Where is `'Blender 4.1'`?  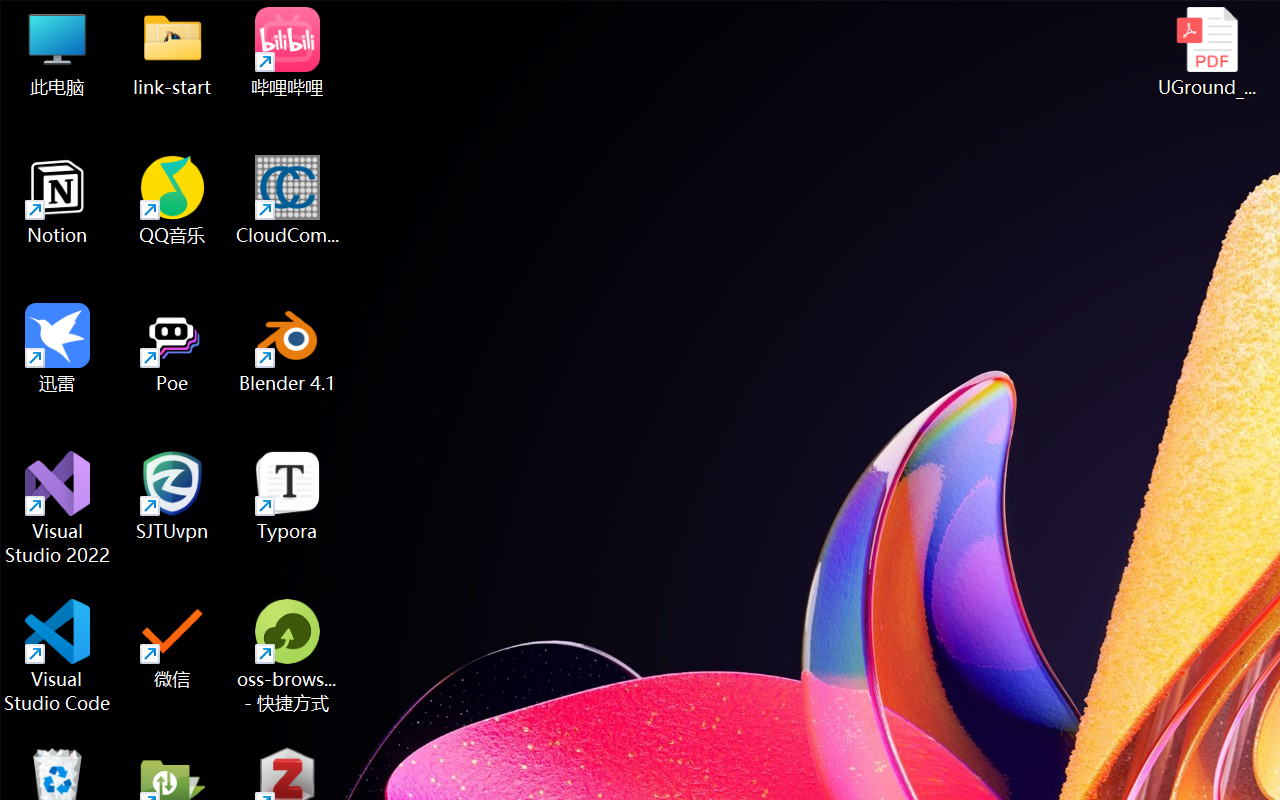 'Blender 4.1' is located at coordinates (287, 348).